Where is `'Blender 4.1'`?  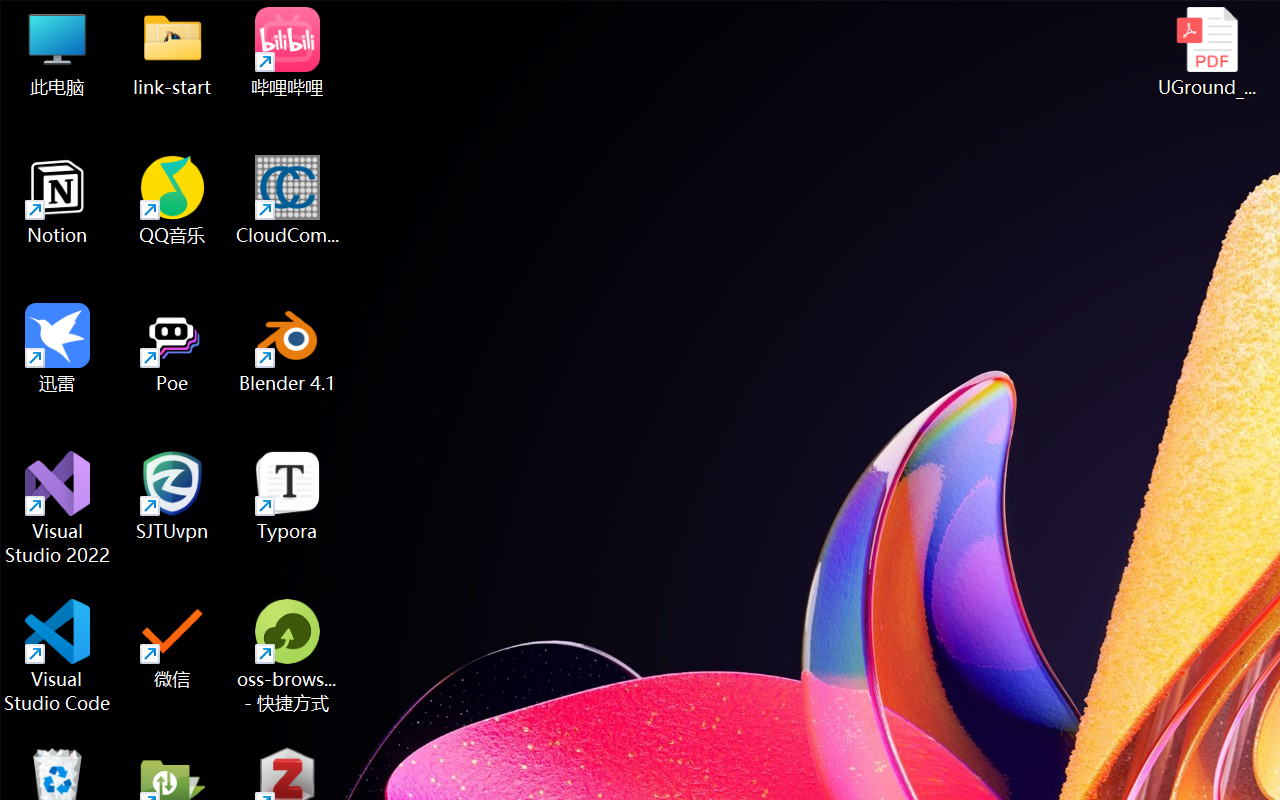 'Blender 4.1' is located at coordinates (287, 348).